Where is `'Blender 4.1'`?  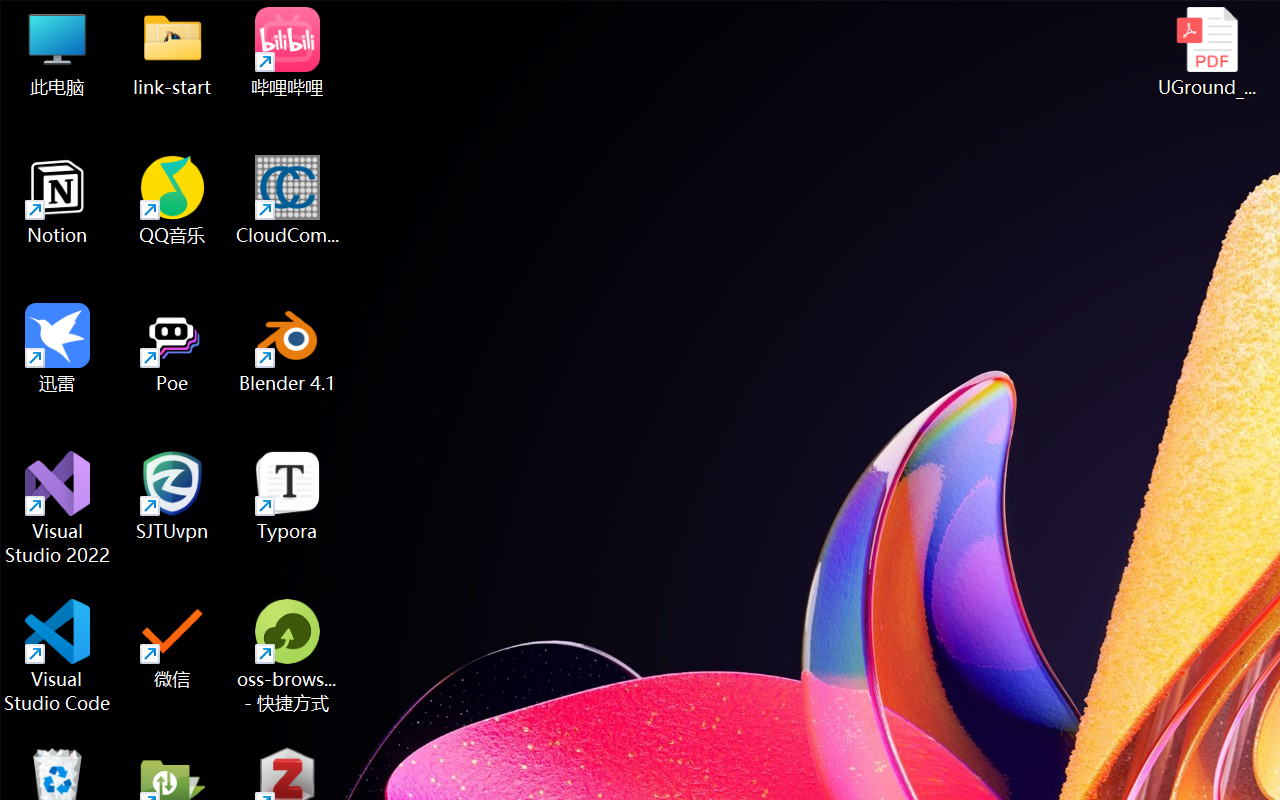 'Blender 4.1' is located at coordinates (287, 348).